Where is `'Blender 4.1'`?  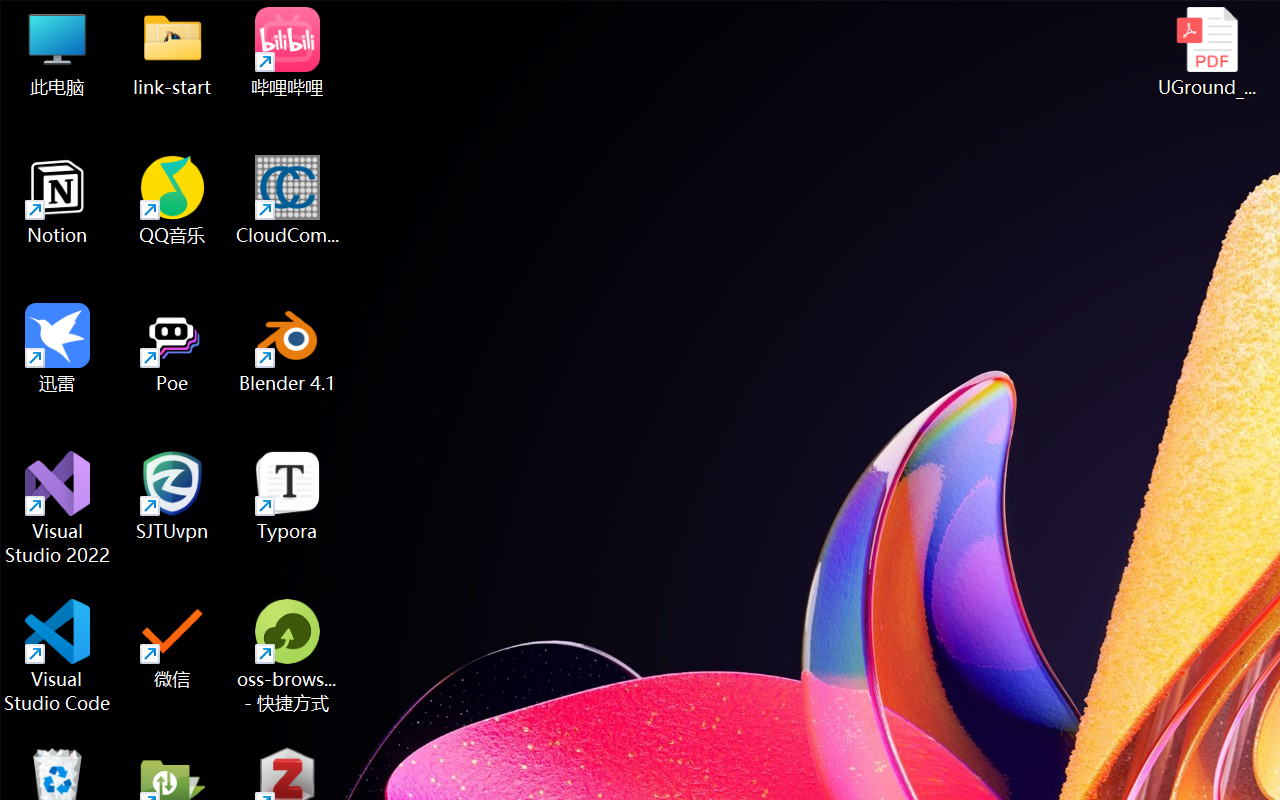 'Blender 4.1' is located at coordinates (287, 348).